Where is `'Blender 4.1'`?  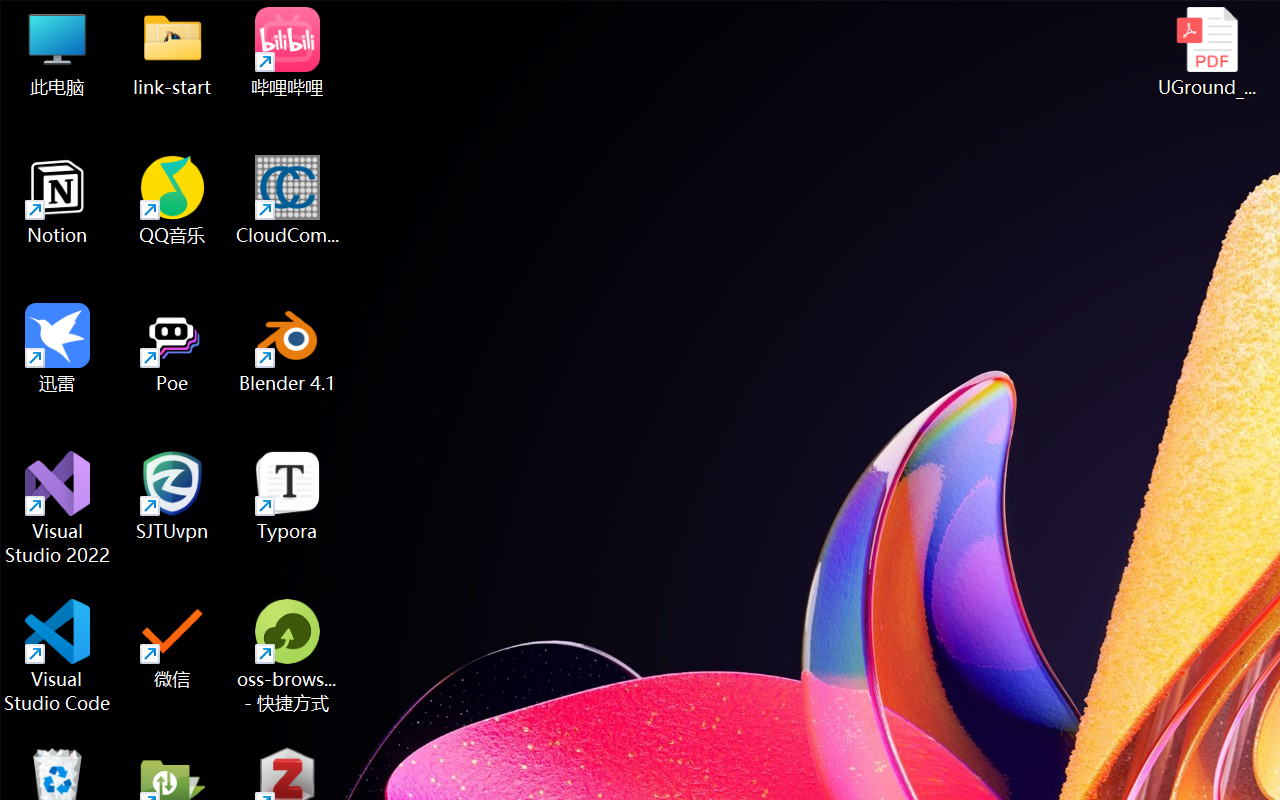 'Blender 4.1' is located at coordinates (287, 348).